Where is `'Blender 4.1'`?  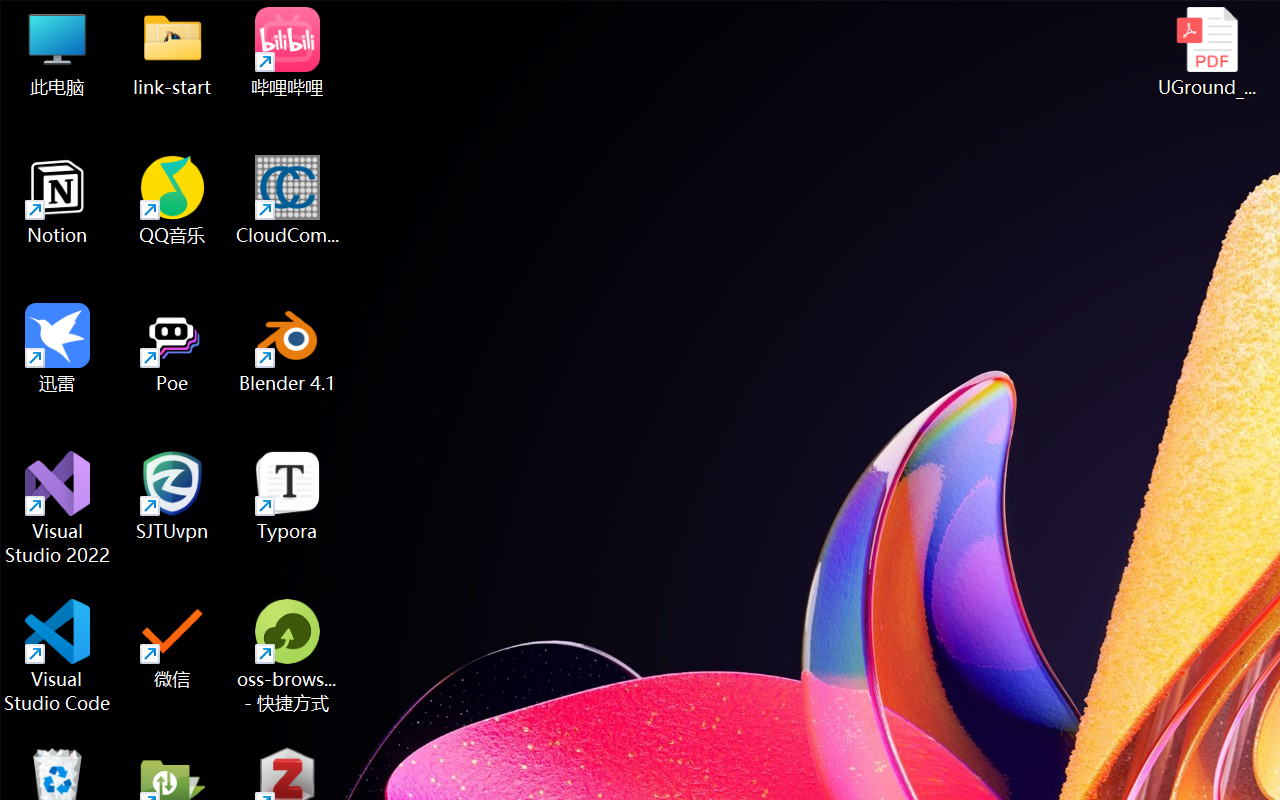 'Blender 4.1' is located at coordinates (287, 348).